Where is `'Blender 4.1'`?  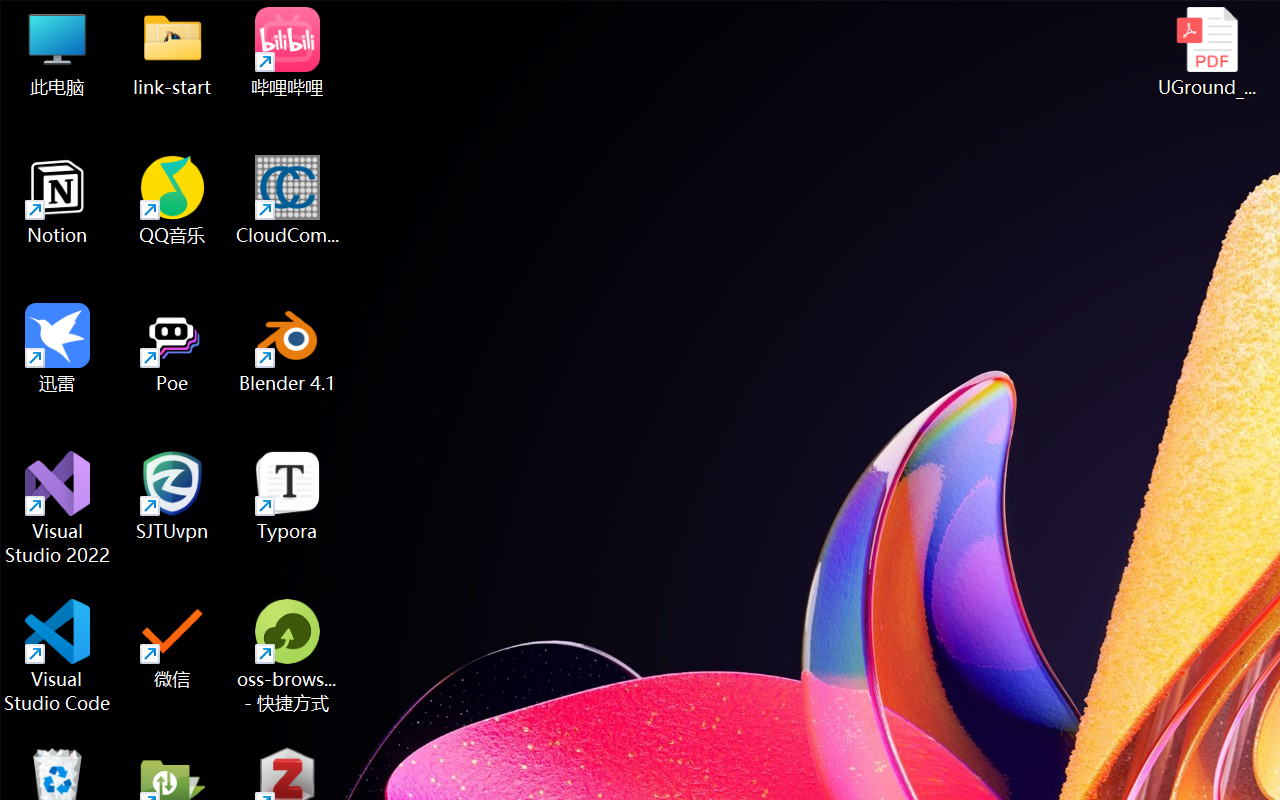 'Blender 4.1' is located at coordinates (287, 348).